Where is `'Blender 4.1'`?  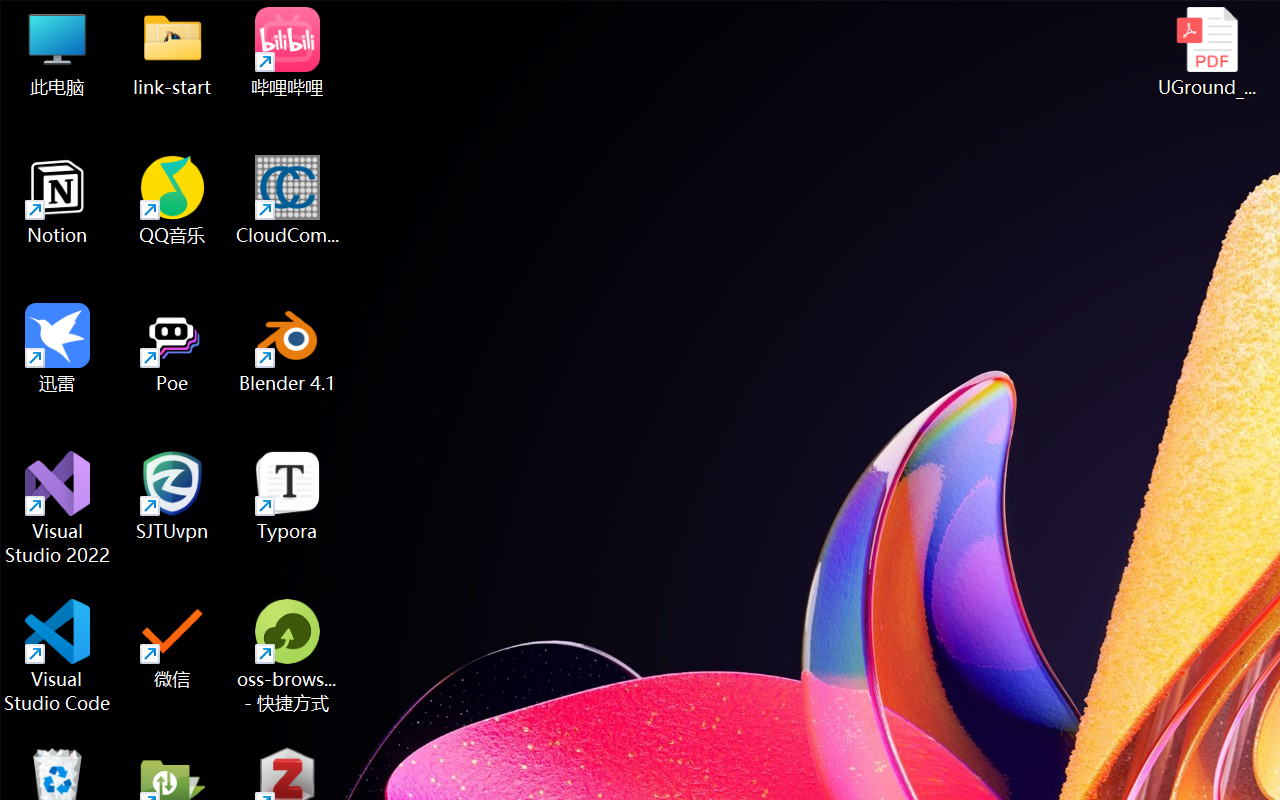 'Blender 4.1' is located at coordinates (287, 348).